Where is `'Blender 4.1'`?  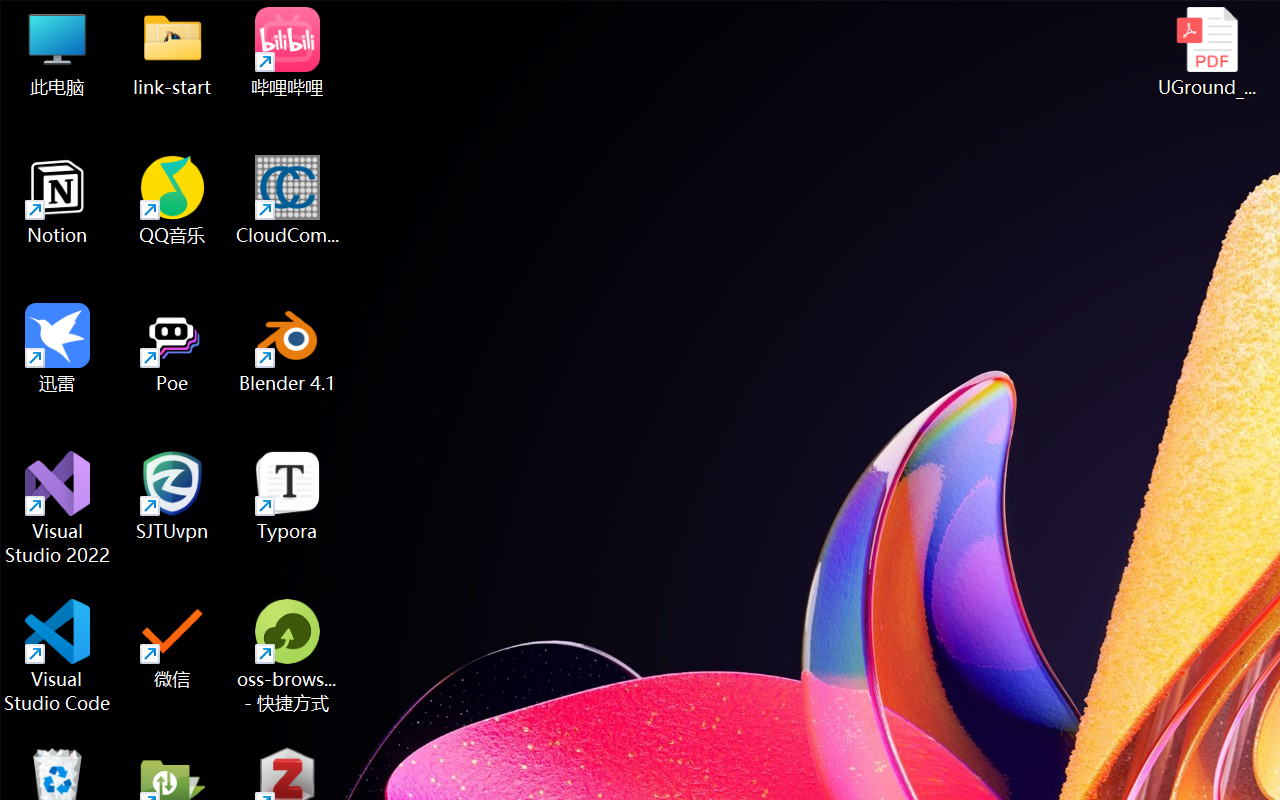 'Blender 4.1' is located at coordinates (287, 348).